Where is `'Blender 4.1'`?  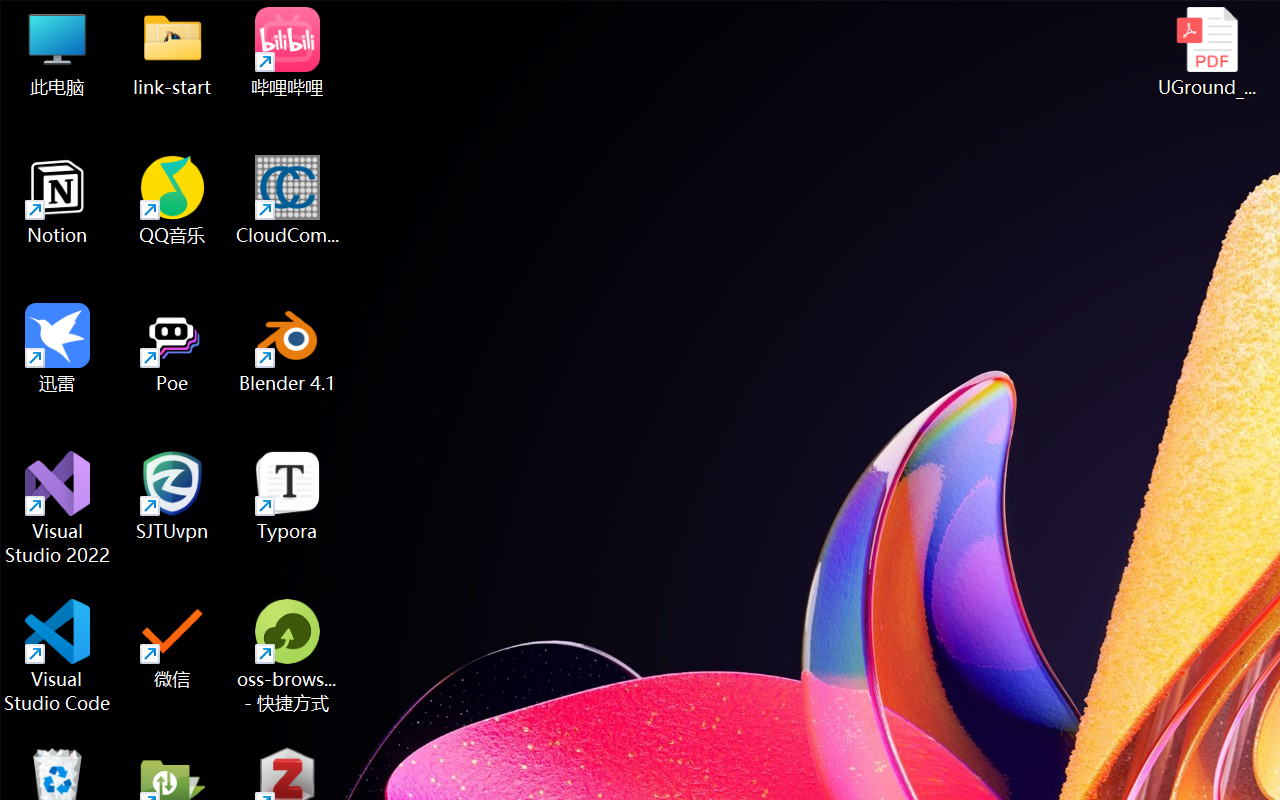 'Blender 4.1' is located at coordinates (287, 348).